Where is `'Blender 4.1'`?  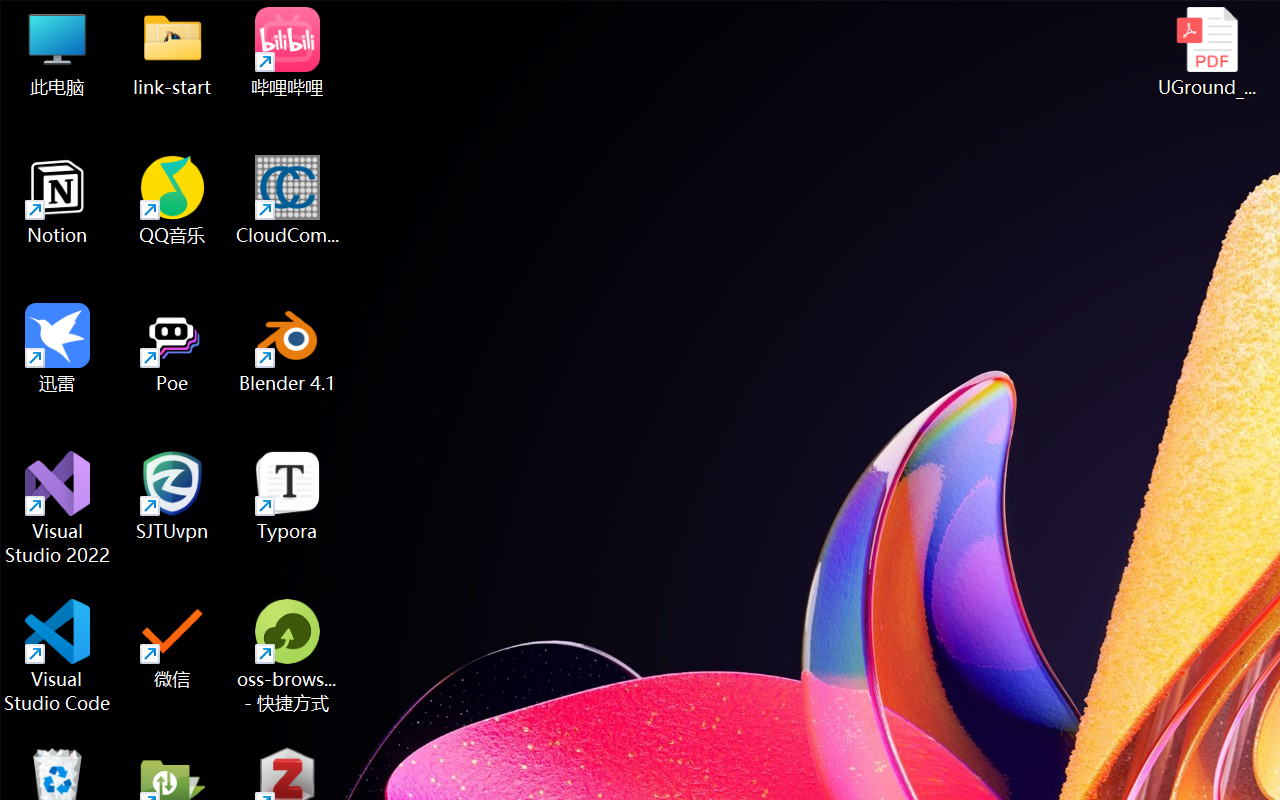 'Blender 4.1' is located at coordinates (287, 348).